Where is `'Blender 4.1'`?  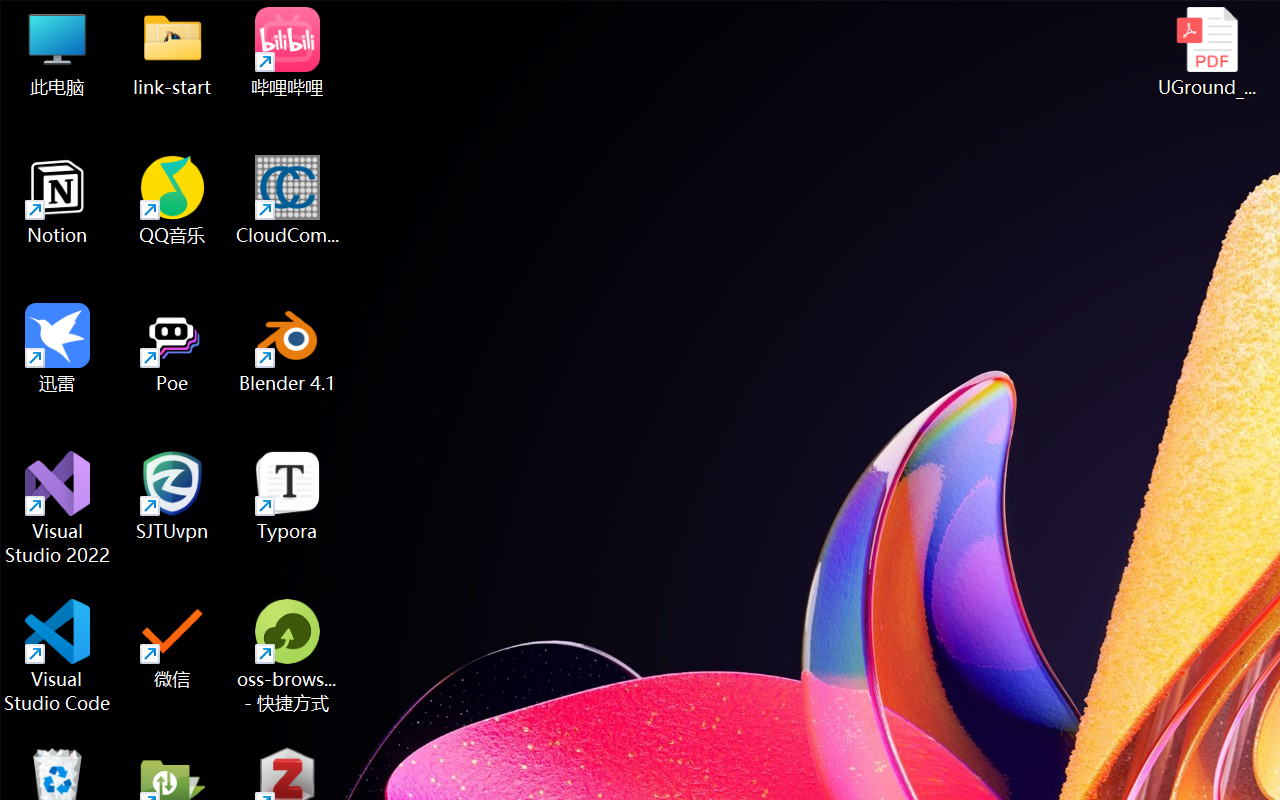 'Blender 4.1' is located at coordinates (287, 348).